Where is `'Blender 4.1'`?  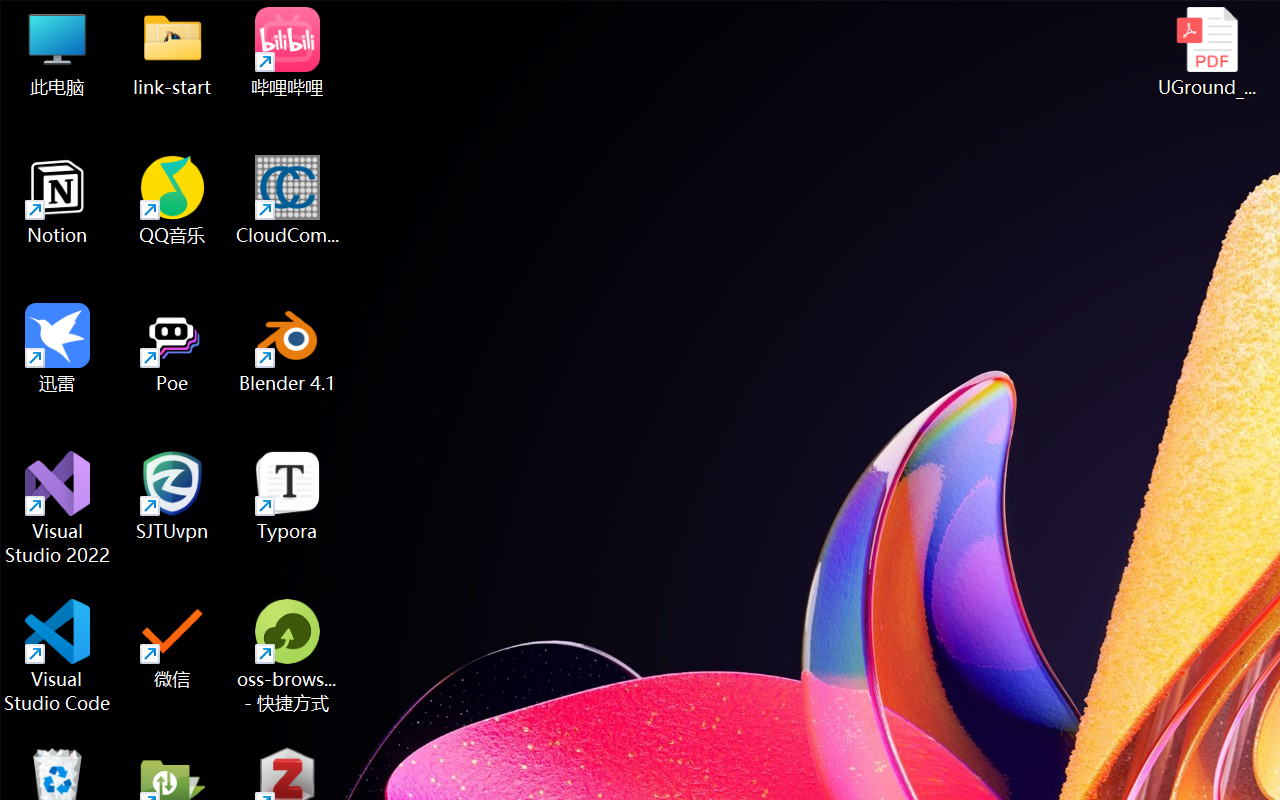 'Blender 4.1' is located at coordinates (287, 348).